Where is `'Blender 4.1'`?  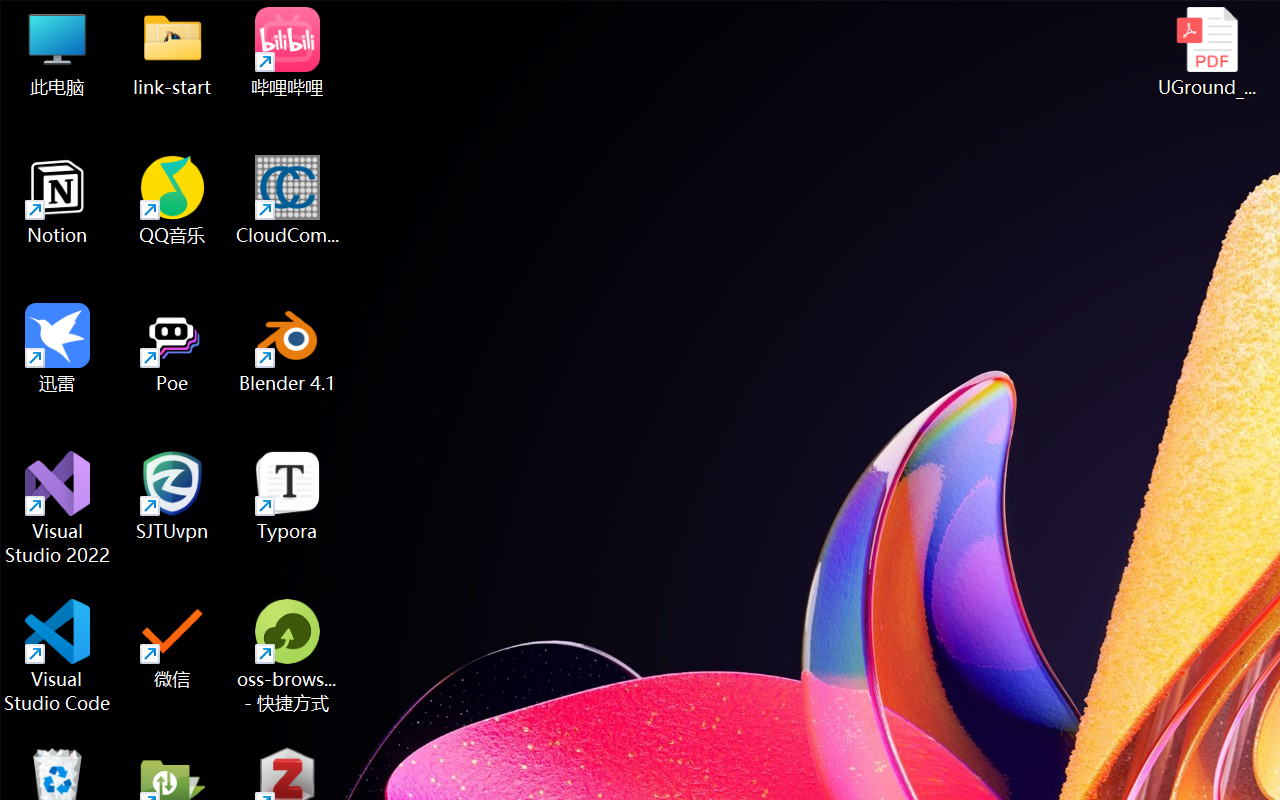 'Blender 4.1' is located at coordinates (287, 348).